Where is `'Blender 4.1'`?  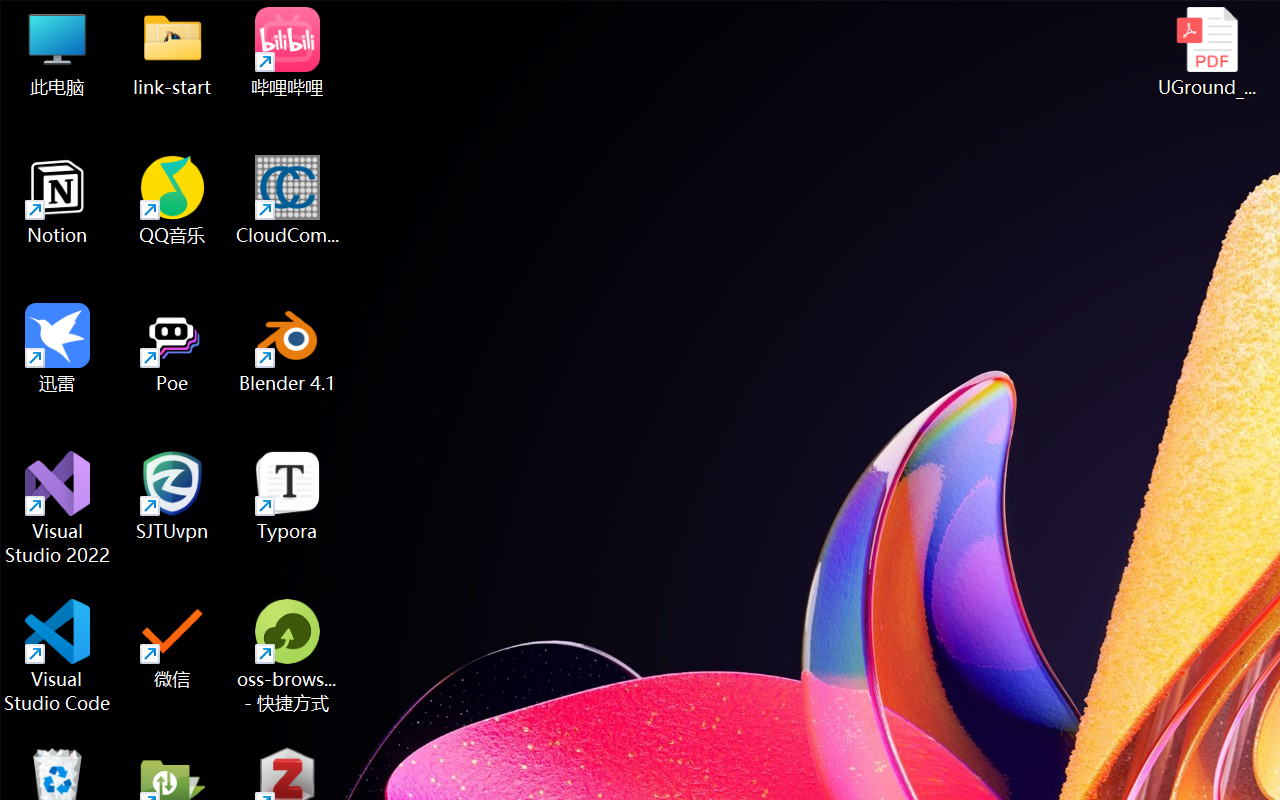 'Blender 4.1' is located at coordinates (287, 348).